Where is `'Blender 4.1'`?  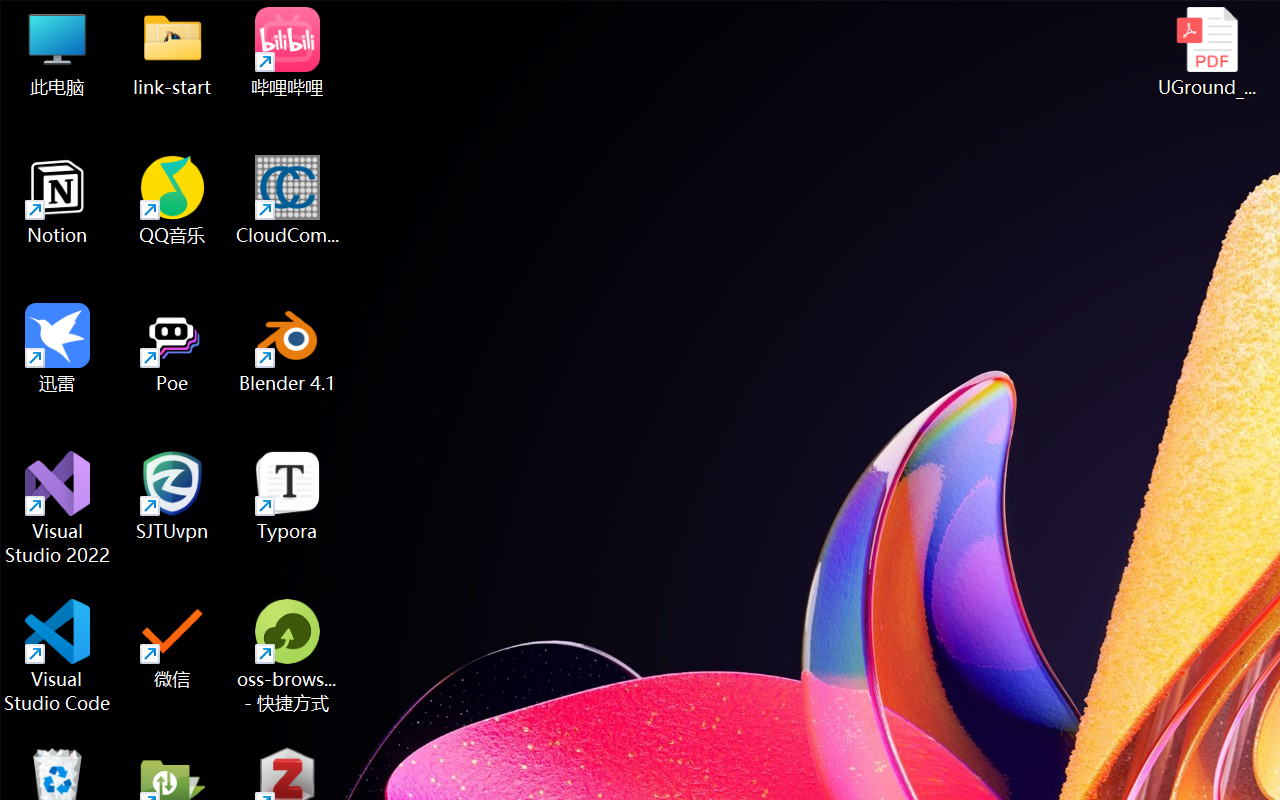 'Blender 4.1' is located at coordinates (287, 348).